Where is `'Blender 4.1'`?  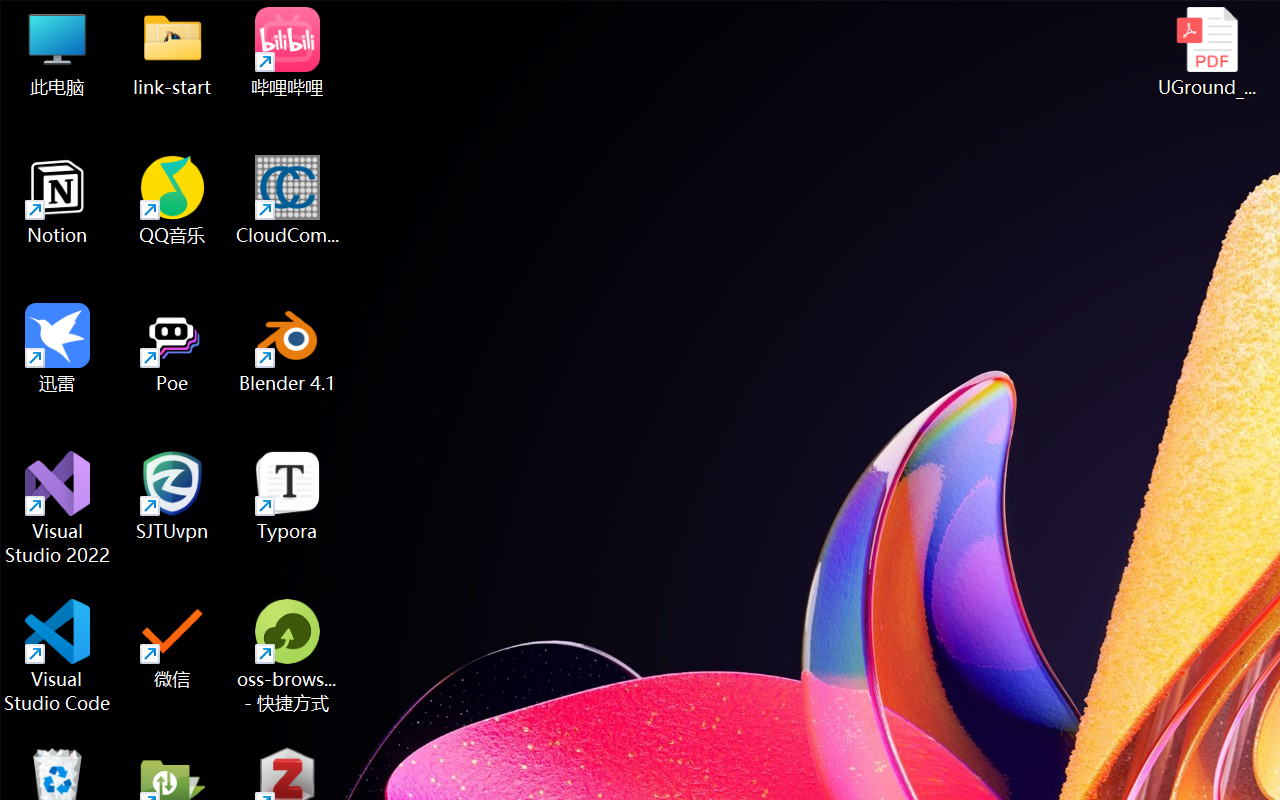 'Blender 4.1' is located at coordinates (287, 348).